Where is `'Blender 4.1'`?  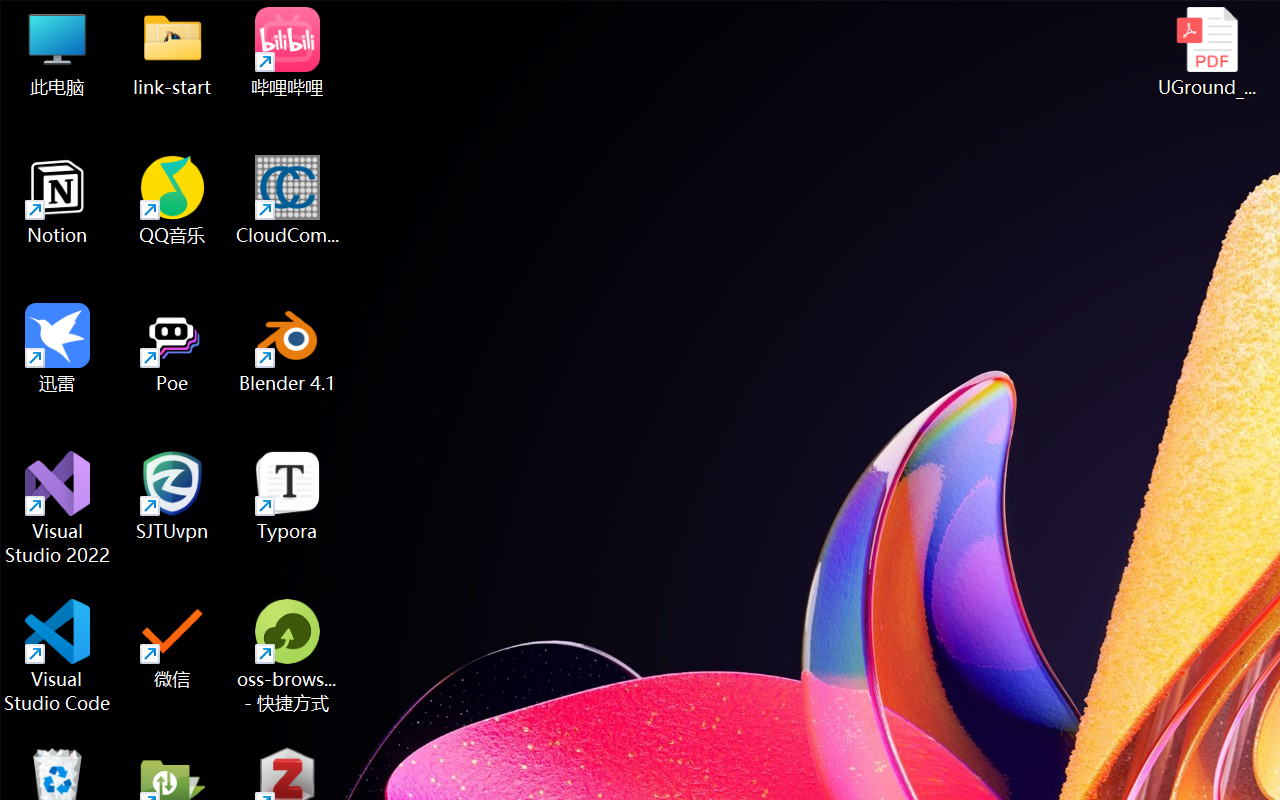 'Blender 4.1' is located at coordinates (287, 348).